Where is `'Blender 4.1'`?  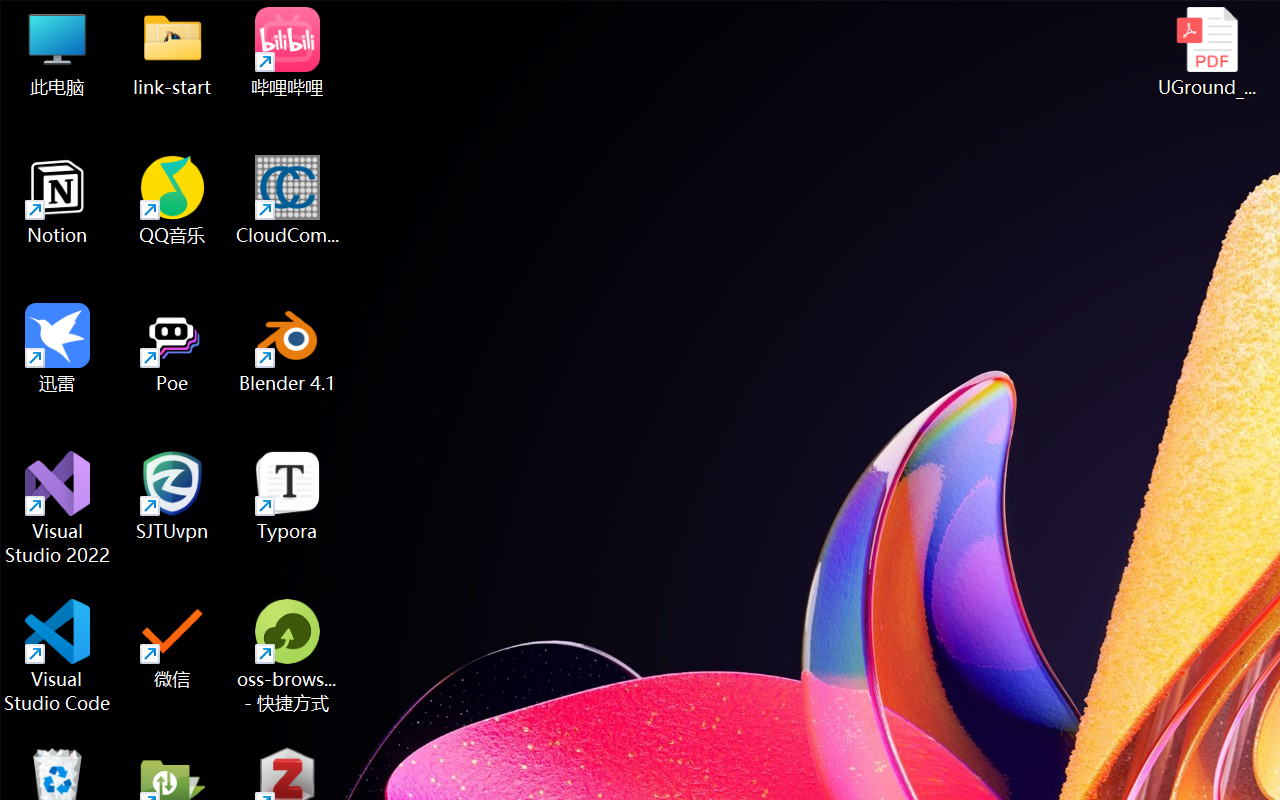 'Blender 4.1' is located at coordinates (287, 348).